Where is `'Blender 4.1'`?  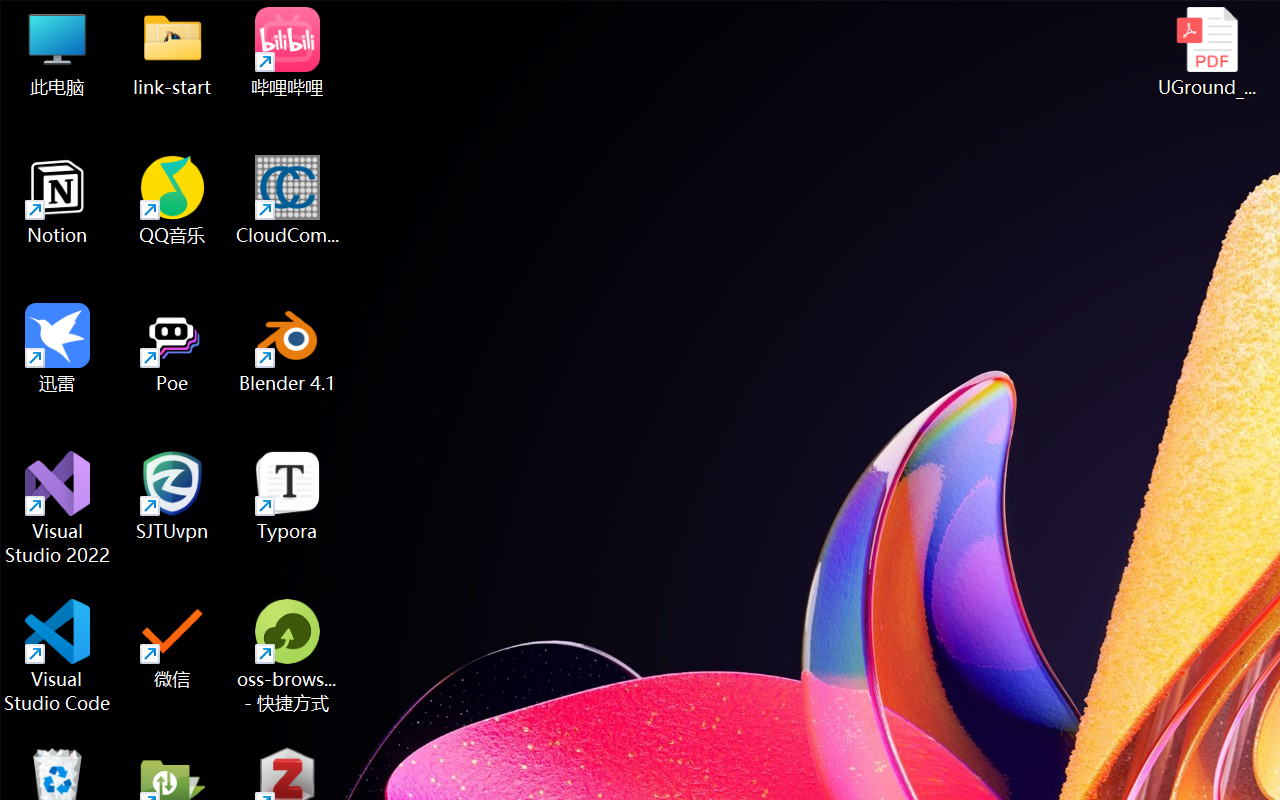 'Blender 4.1' is located at coordinates (287, 348).